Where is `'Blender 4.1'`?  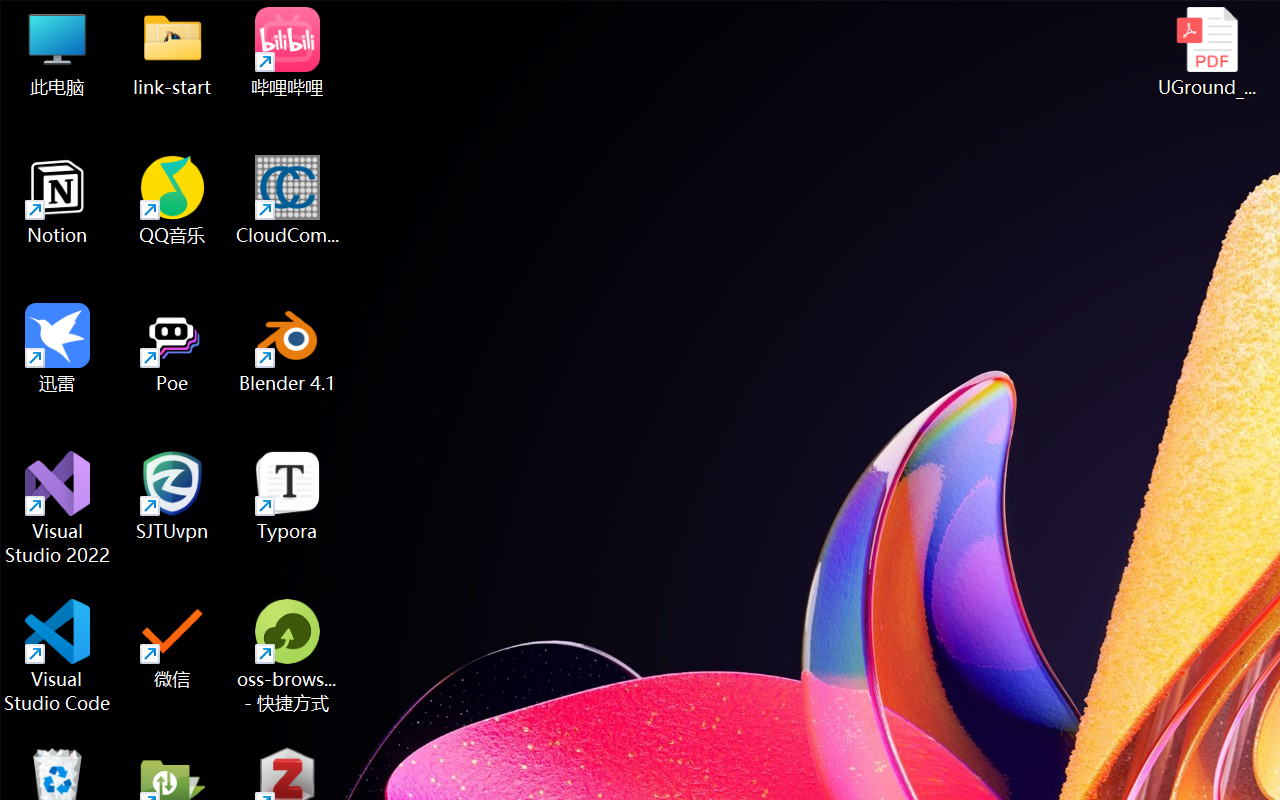 'Blender 4.1' is located at coordinates (287, 348).